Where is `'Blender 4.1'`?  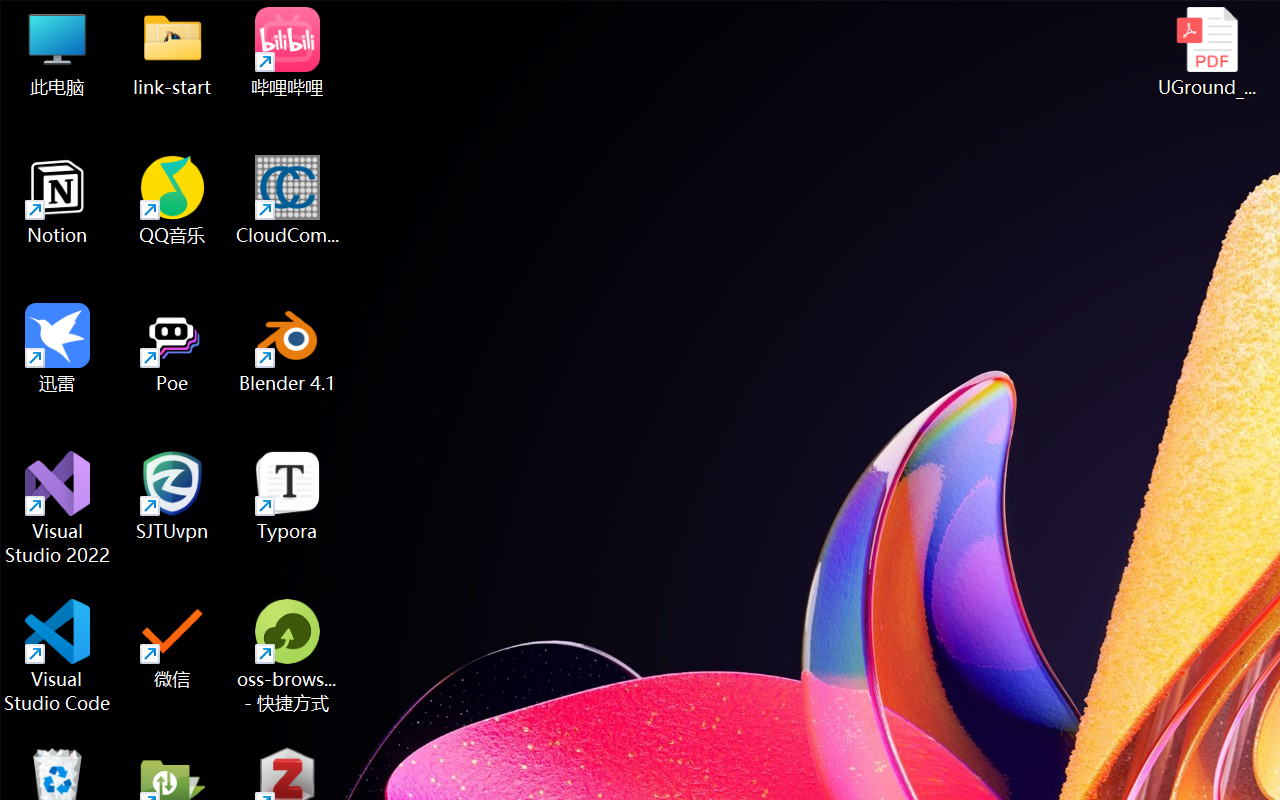 'Blender 4.1' is located at coordinates (287, 348).